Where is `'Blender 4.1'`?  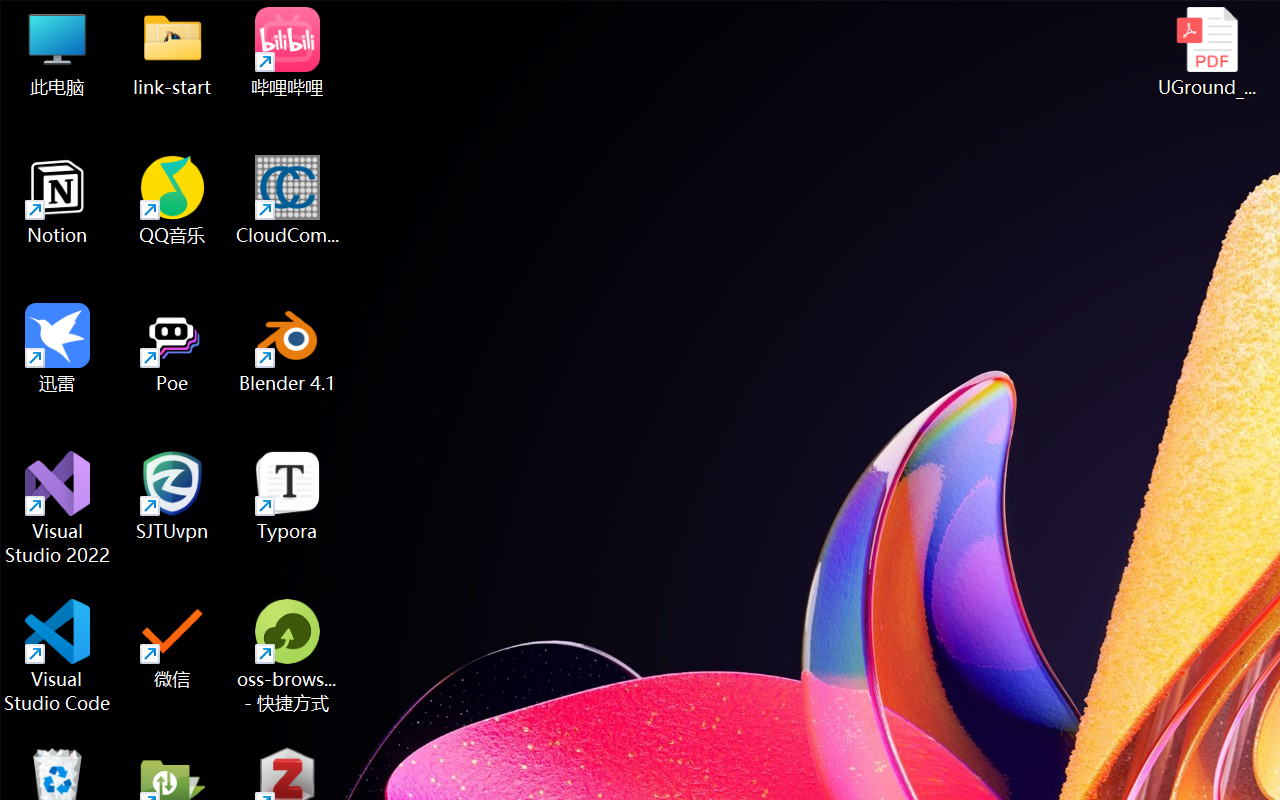 'Blender 4.1' is located at coordinates (287, 348).